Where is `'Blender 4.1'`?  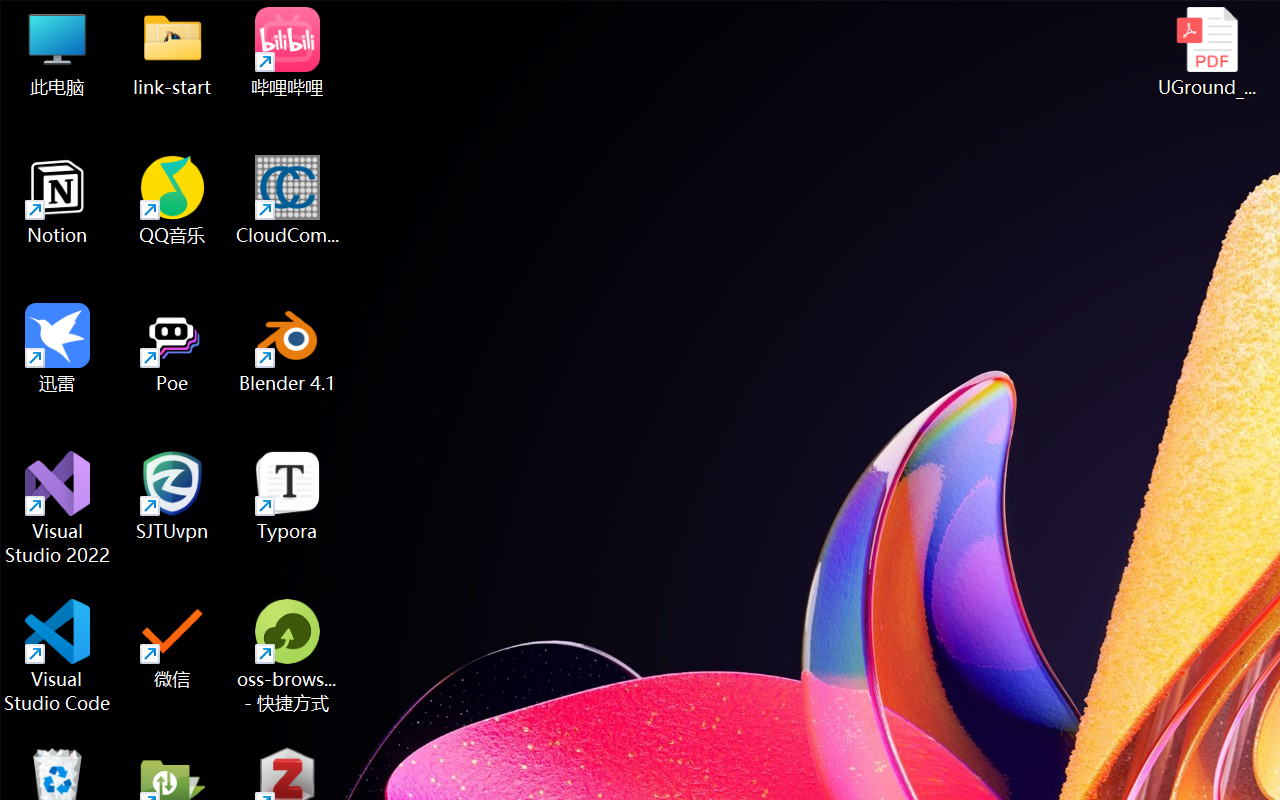 'Blender 4.1' is located at coordinates (287, 348).